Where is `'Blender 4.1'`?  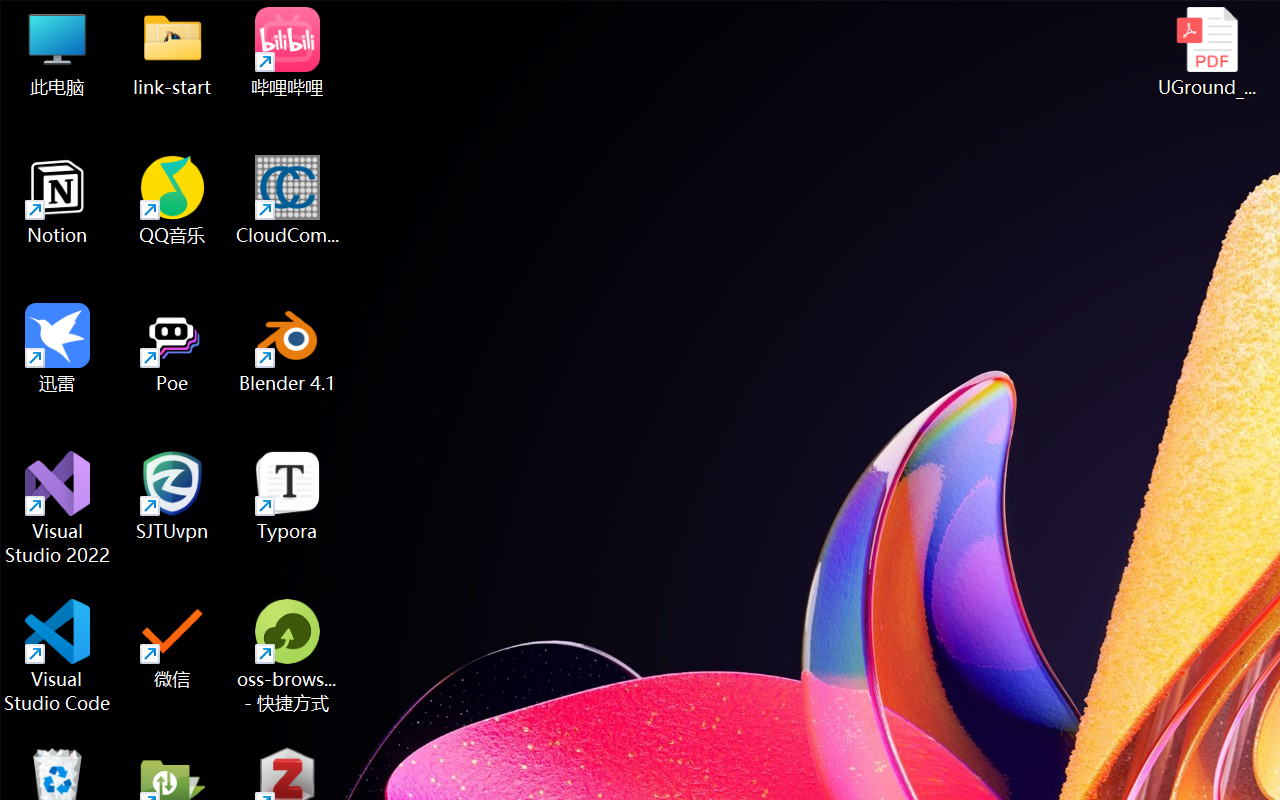 'Blender 4.1' is located at coordinates (287, 348).